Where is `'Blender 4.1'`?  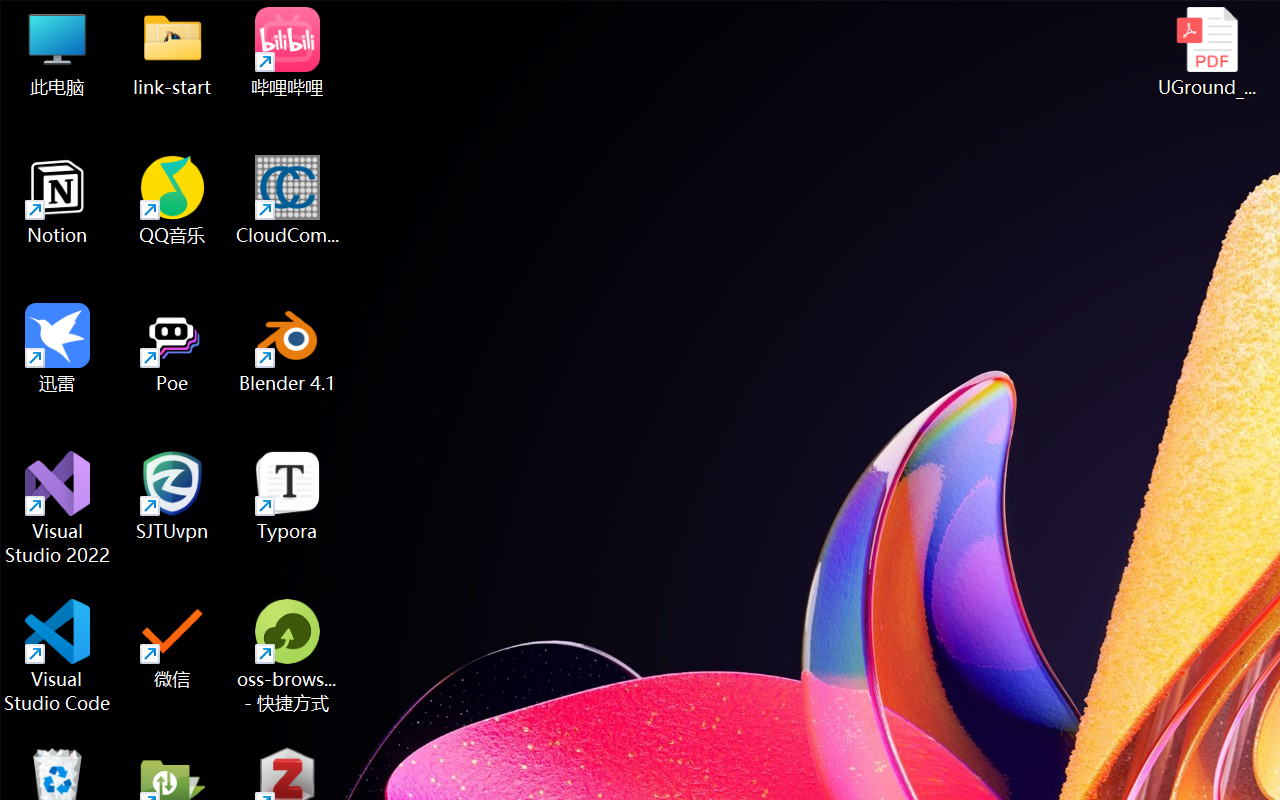 'Blender 4.1' is located at coordinates (287, 348).